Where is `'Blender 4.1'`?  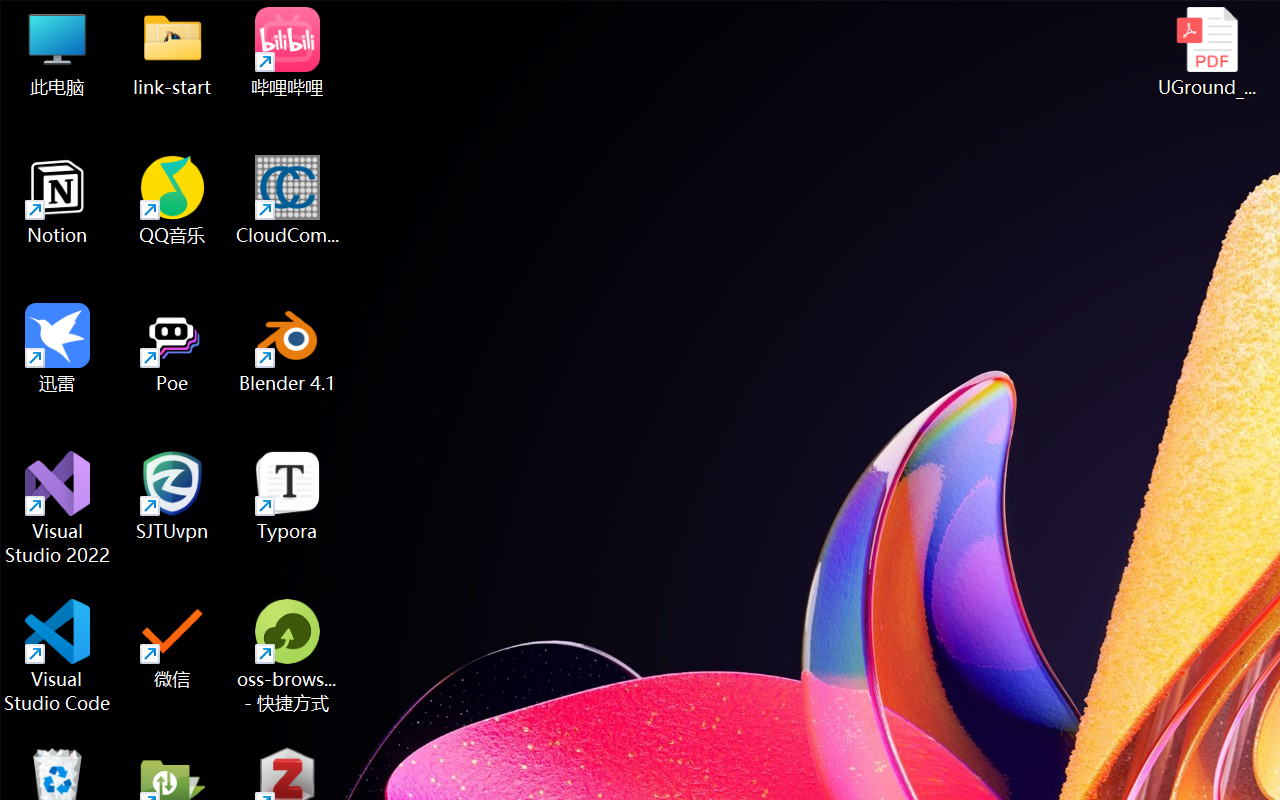 'Blender 4.1' is located at coordinates (287, 348).